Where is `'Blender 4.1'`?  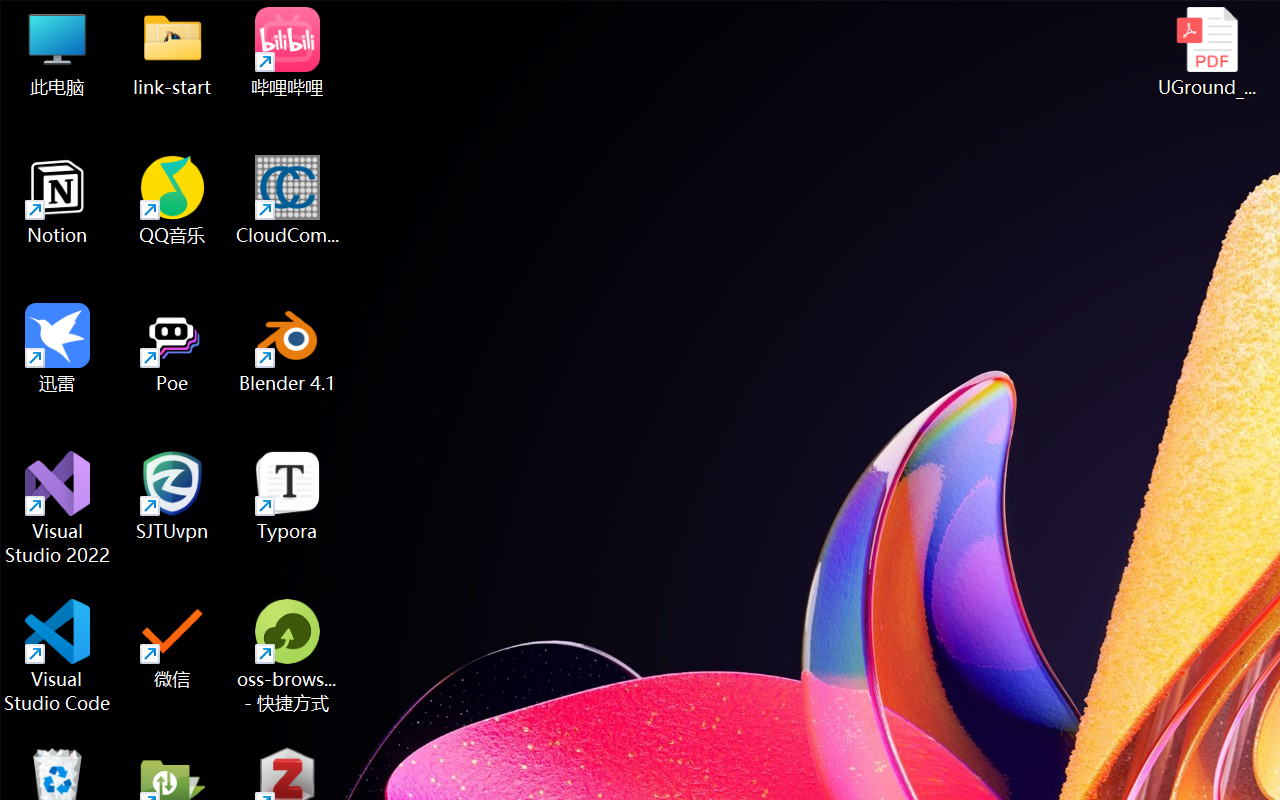 'Blender 4.1' is located at coordinates (287, 348).